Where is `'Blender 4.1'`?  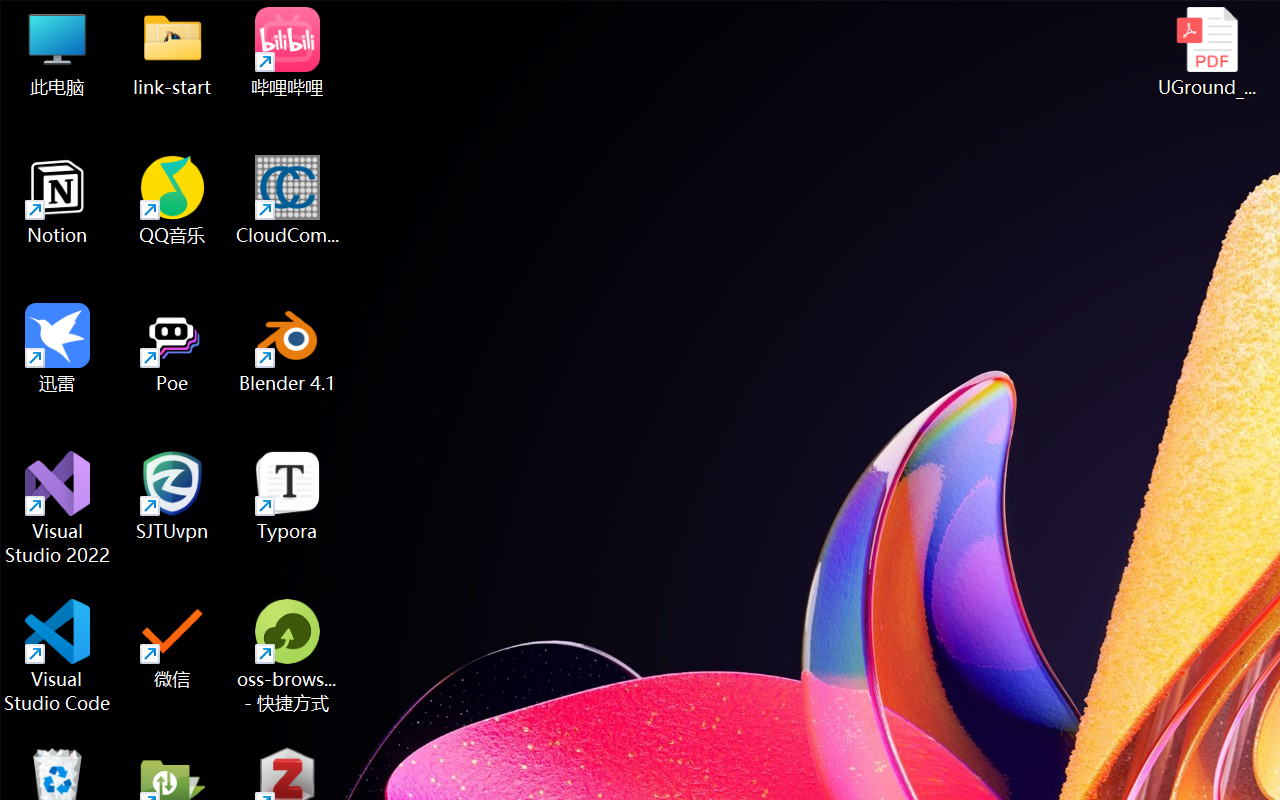 'Blender 4.1' is located at coordinates (287, 348).